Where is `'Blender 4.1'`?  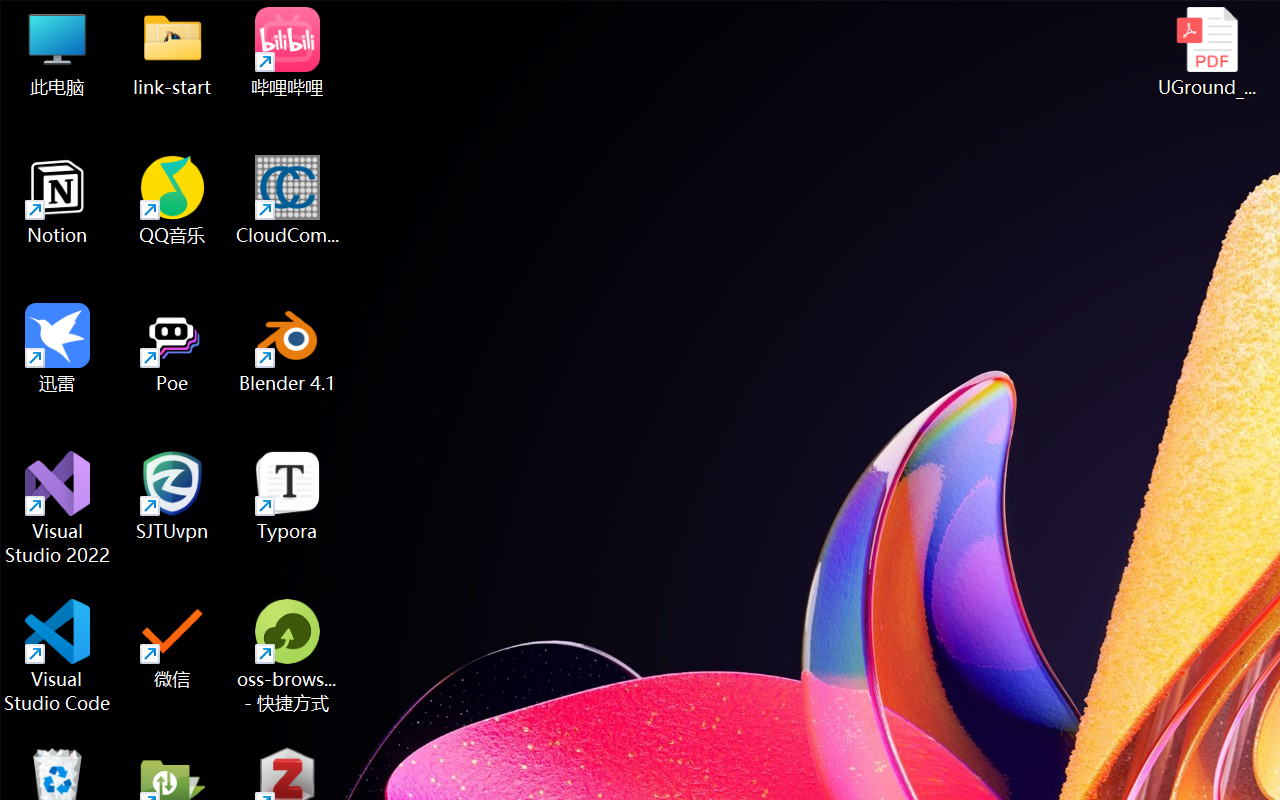 'Blender 4.1' is located at coordinates (287, 348).